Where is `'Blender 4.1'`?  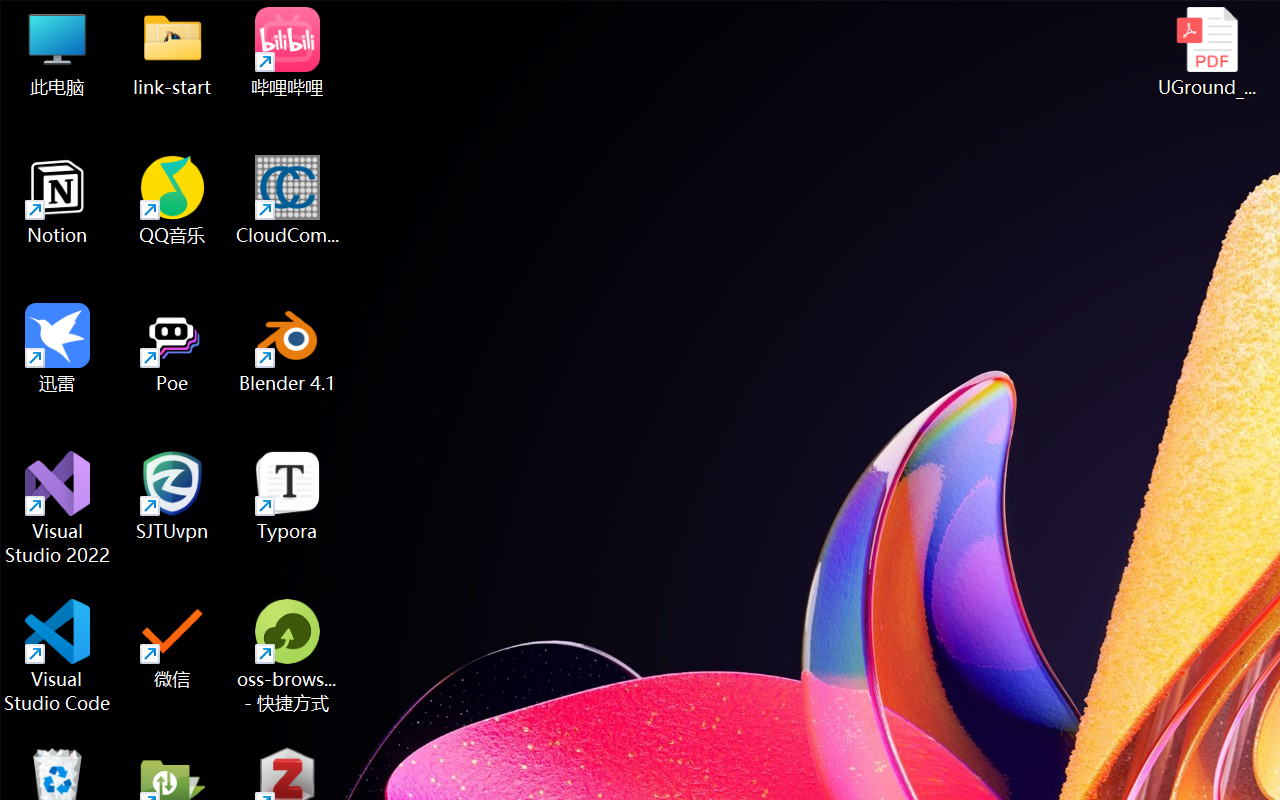 'Blender 4.1' is located at coordinates (287, 348).